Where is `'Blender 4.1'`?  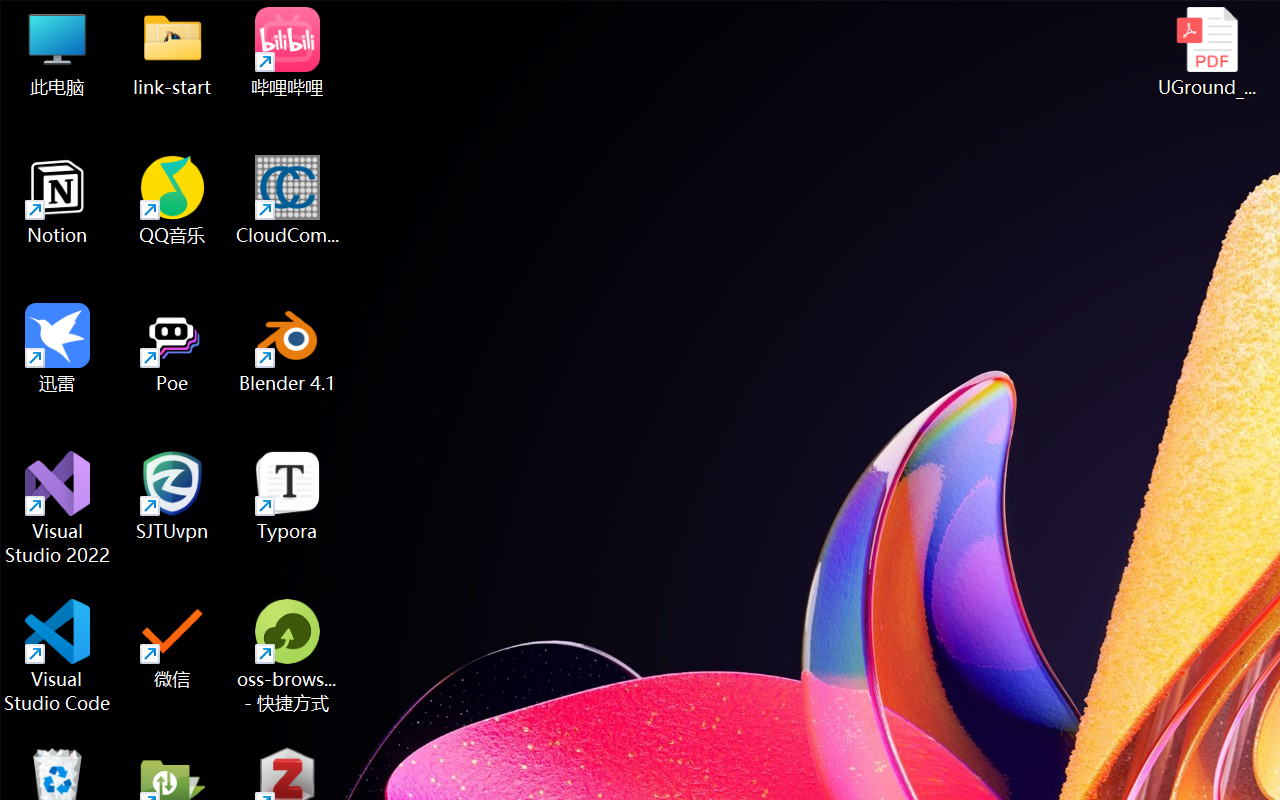 'Blender 4.1' is located at coordinates (287, 348).